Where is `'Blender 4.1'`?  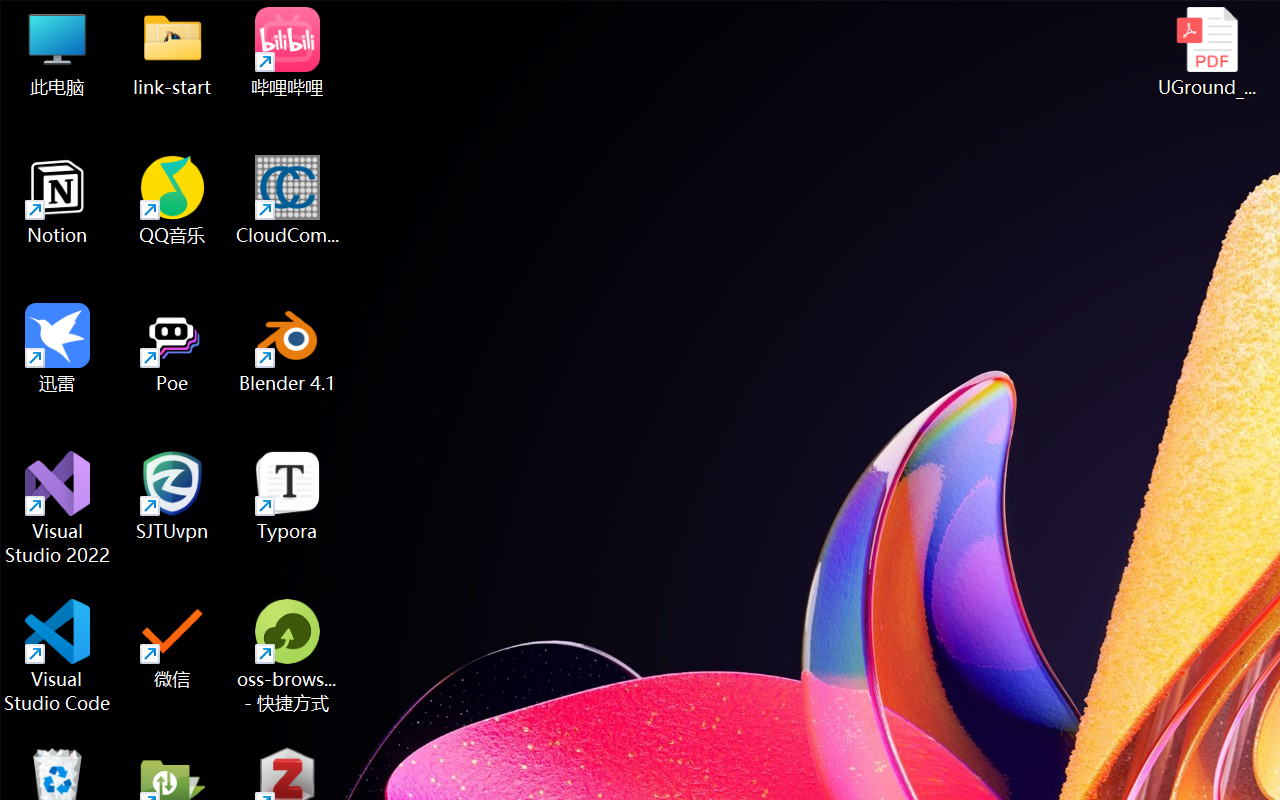 'Blender 4.1' is located at coordinates (287, 348).